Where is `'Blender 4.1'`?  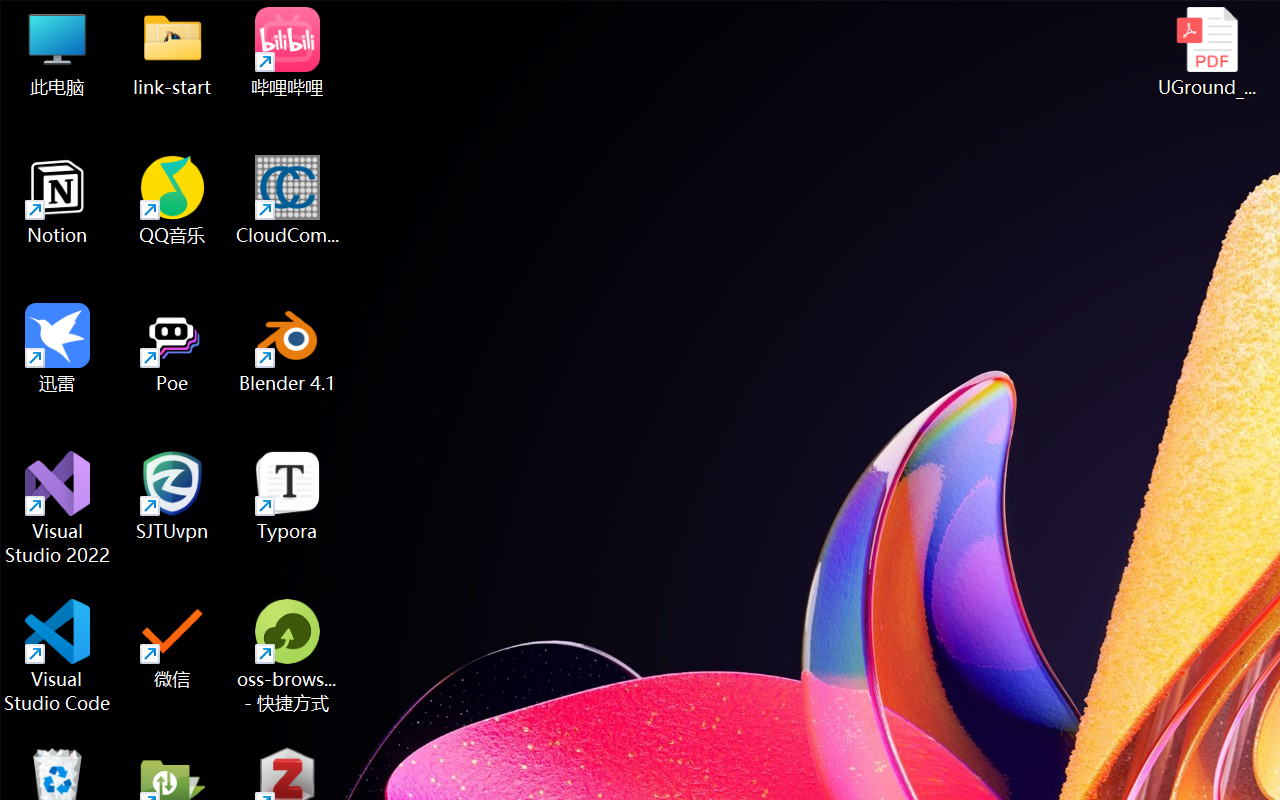 'Blender 4.1' is located at coordinates (287, 348).